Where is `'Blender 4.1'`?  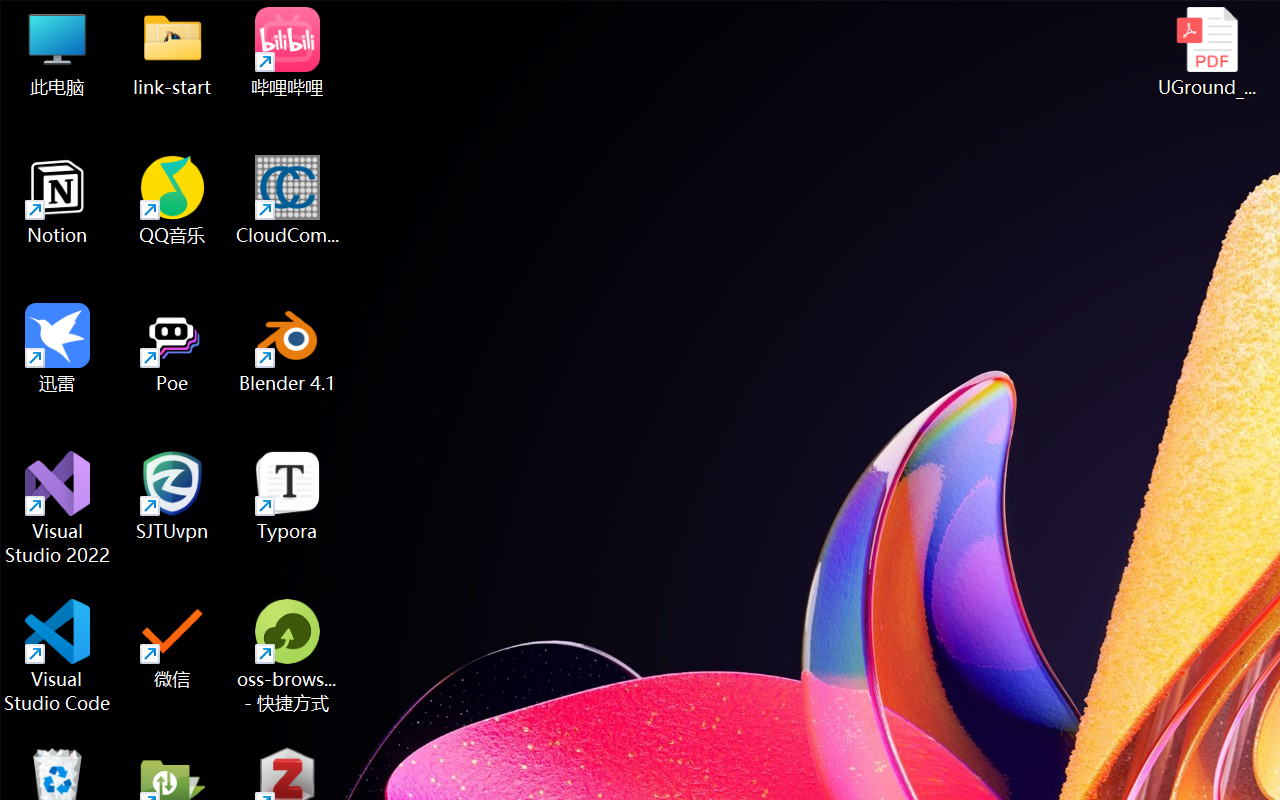 'Blender 4.1' is located at coordinates (287, 348).